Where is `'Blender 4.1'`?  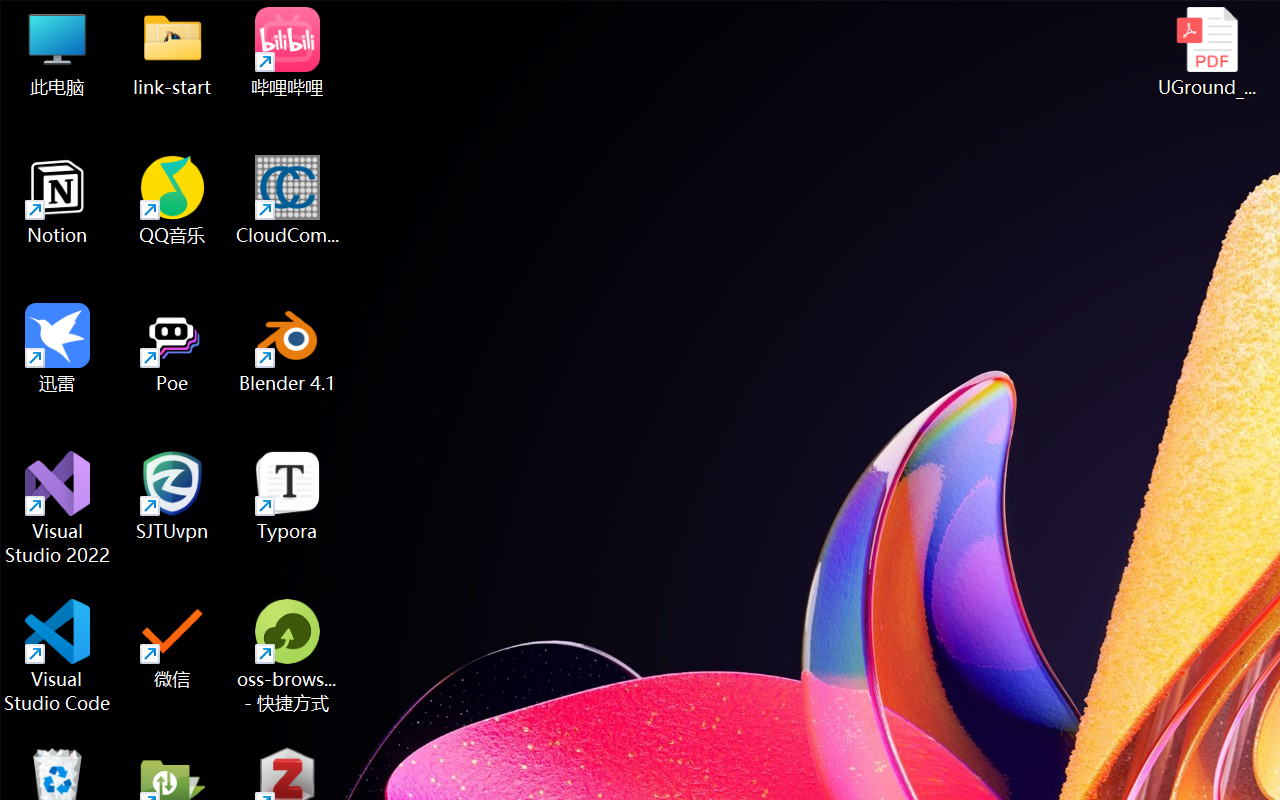 'Blender 4.1' is located at coordinates (287, 348).